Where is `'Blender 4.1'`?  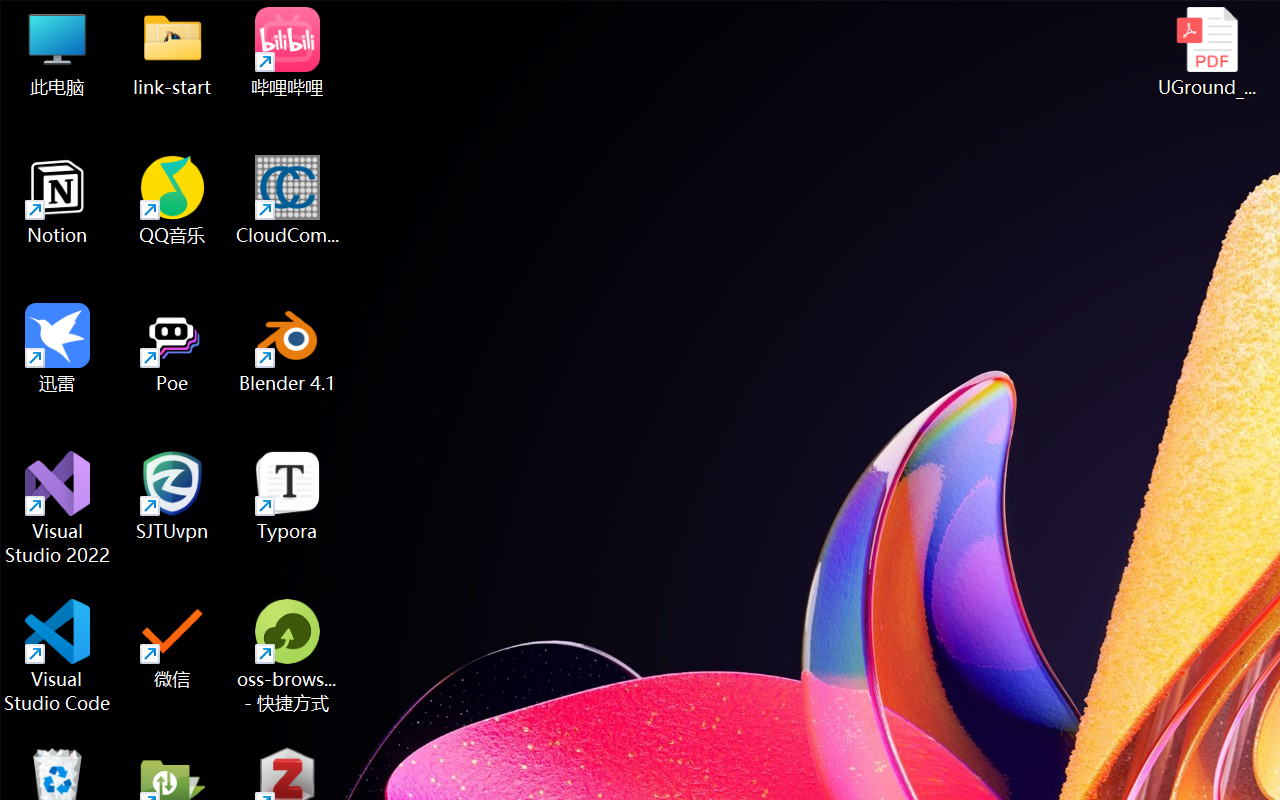 'Blender 4.1' is located at coordinates (287, 348).